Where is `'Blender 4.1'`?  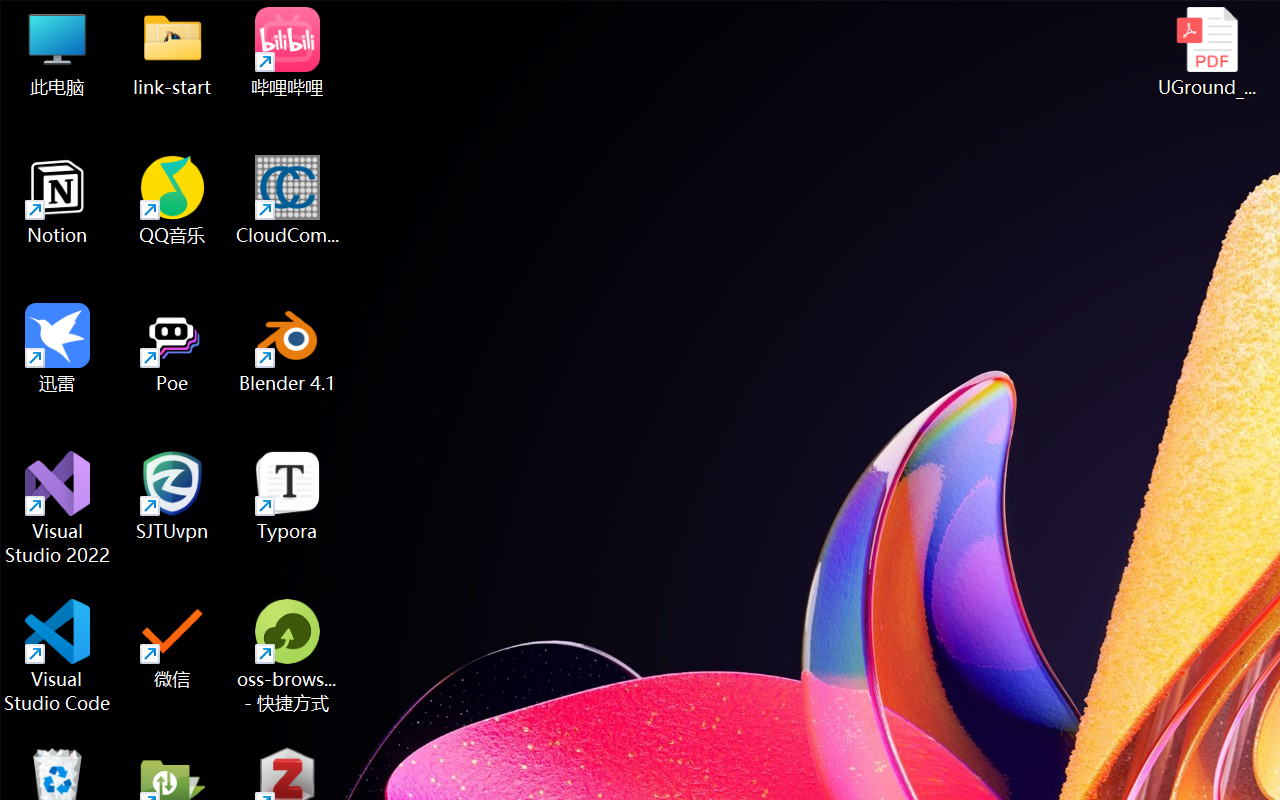 'Blender 4.1' is located at coordinates (287, 348).